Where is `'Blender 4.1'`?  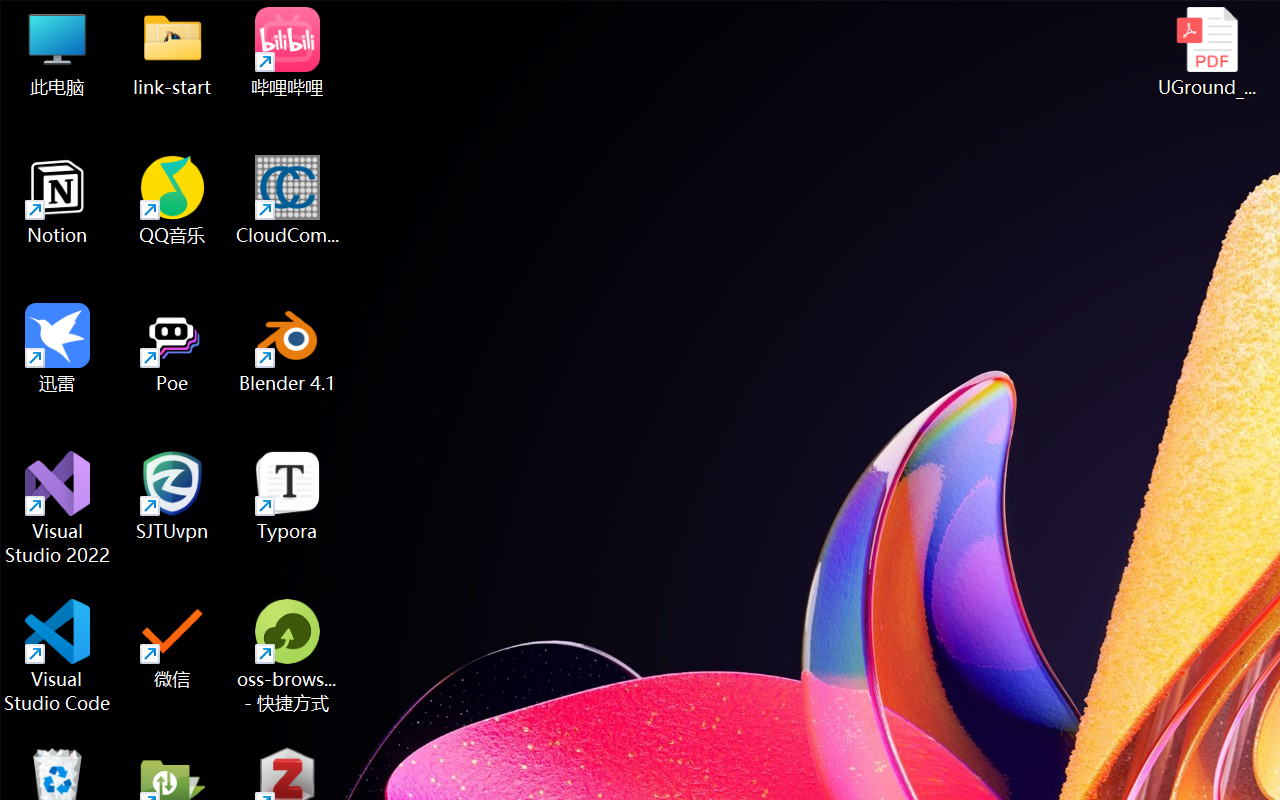 'Blender 4.1' is located at coordinates (287, 348).